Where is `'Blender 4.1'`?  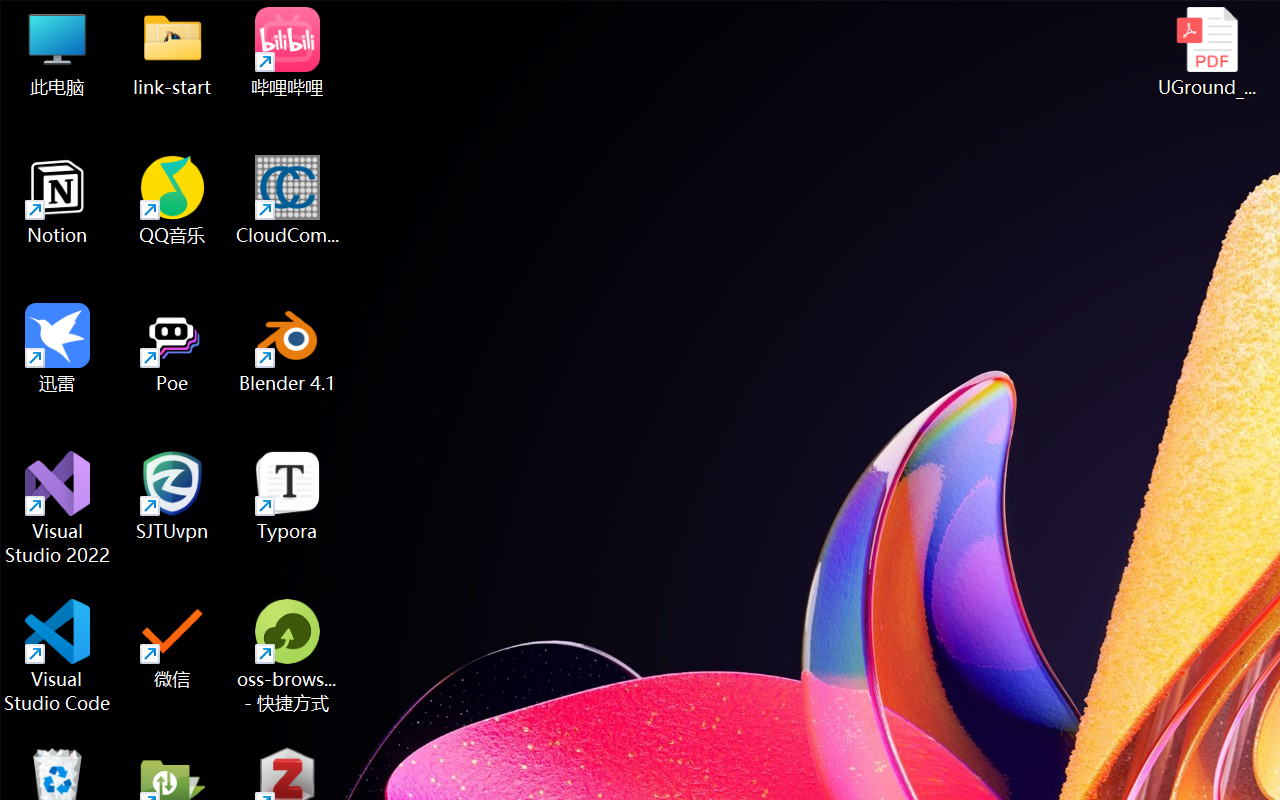 'Blender 4.1' is located at coordinates (287, 348).